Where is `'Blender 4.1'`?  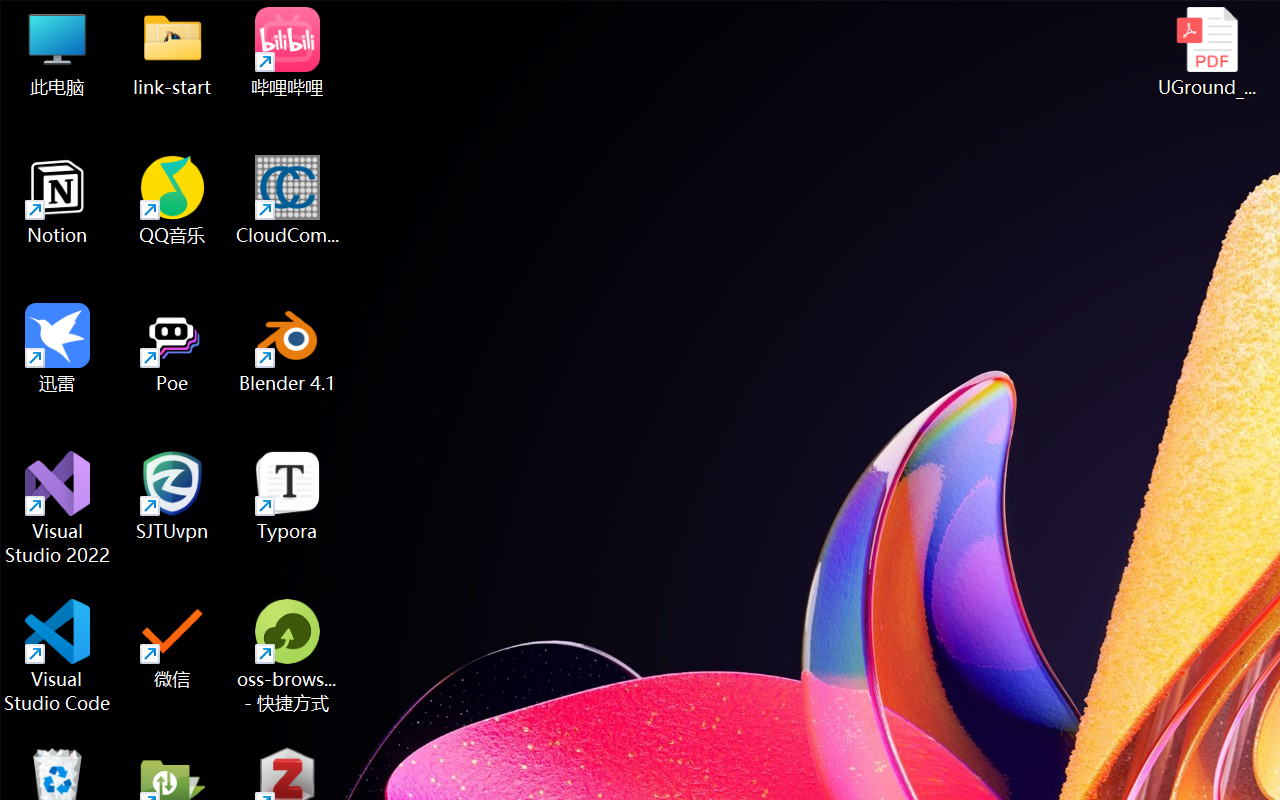 'Blender 4.1' is located at coordinates (287, 348).